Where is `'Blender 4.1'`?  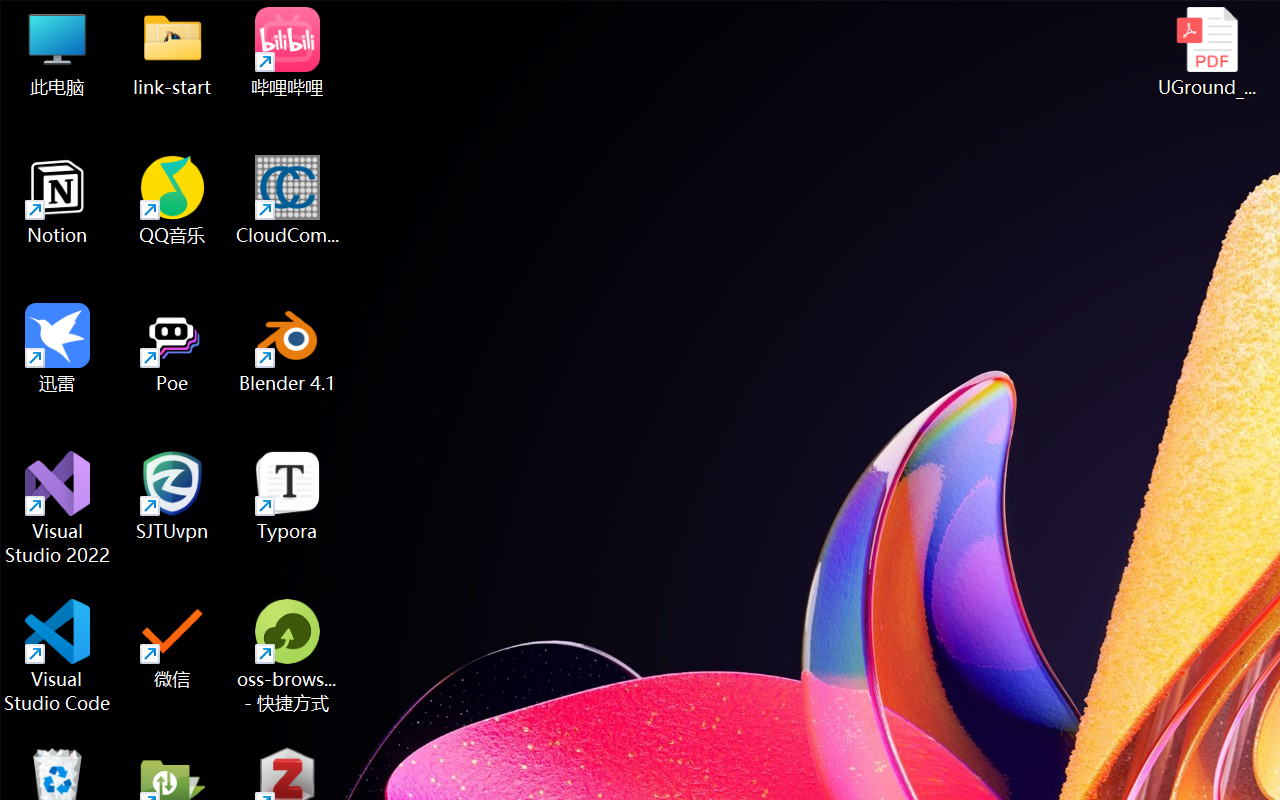 'Blender 4.1' is located at coordinates (287, 348).